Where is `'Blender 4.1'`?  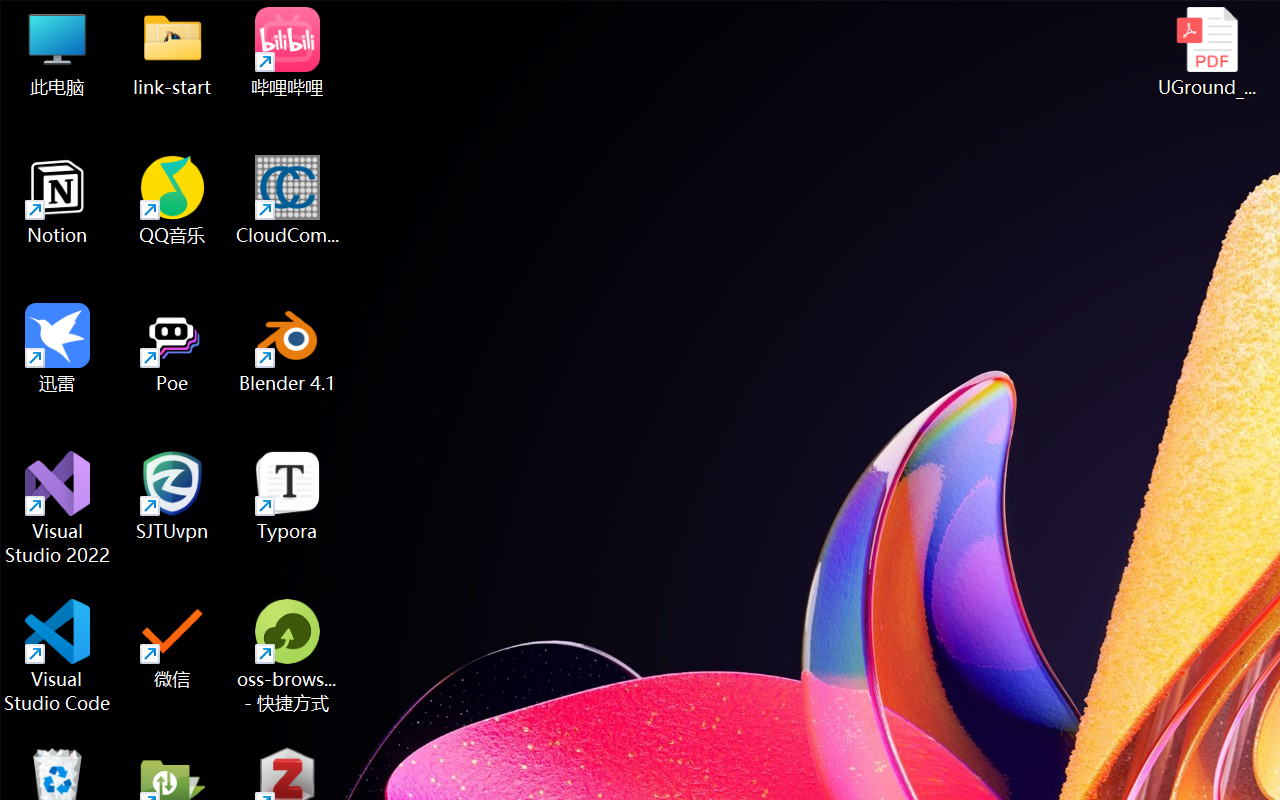 'Blender 4.1' is located at coordinates (287, 348).